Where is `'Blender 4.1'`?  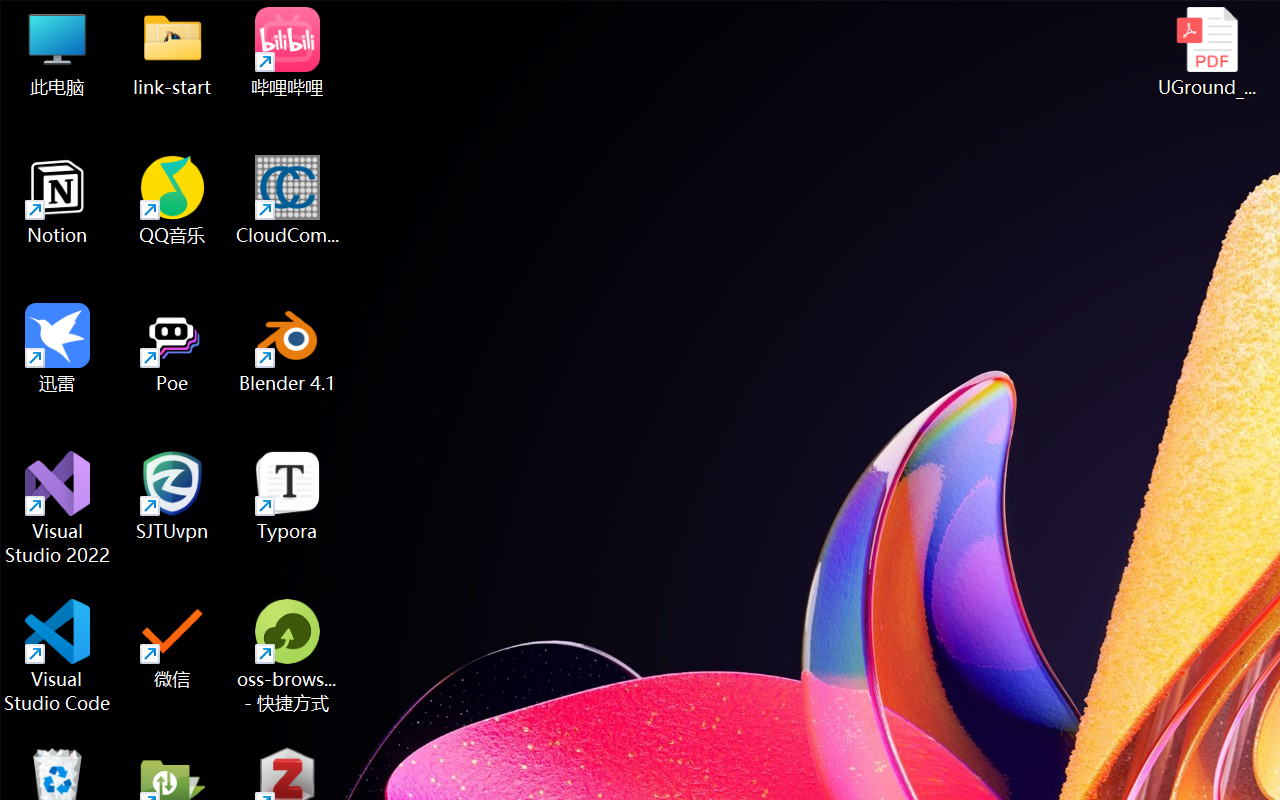 'Blender 4.1' is located at coordinates (287, 348).